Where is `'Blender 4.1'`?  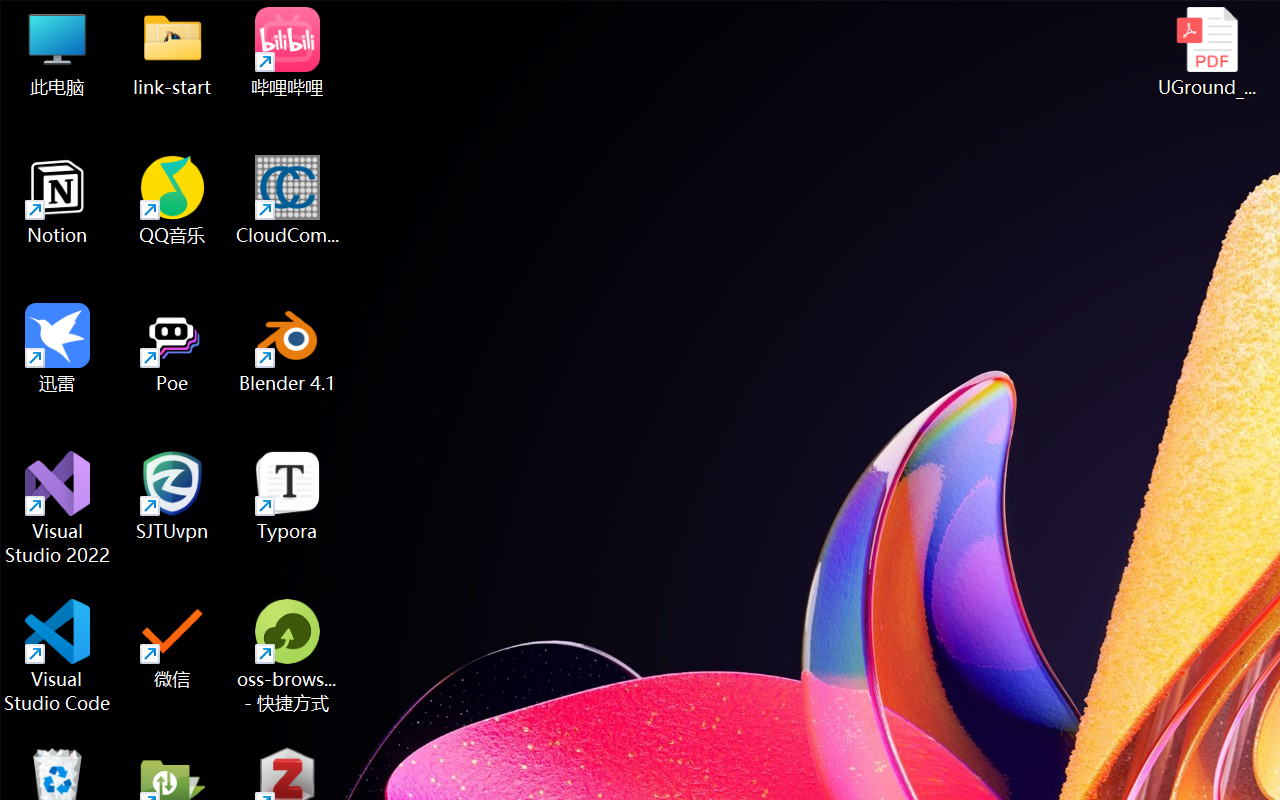 'Blender 4.1' is located at coordinates (287, 348).